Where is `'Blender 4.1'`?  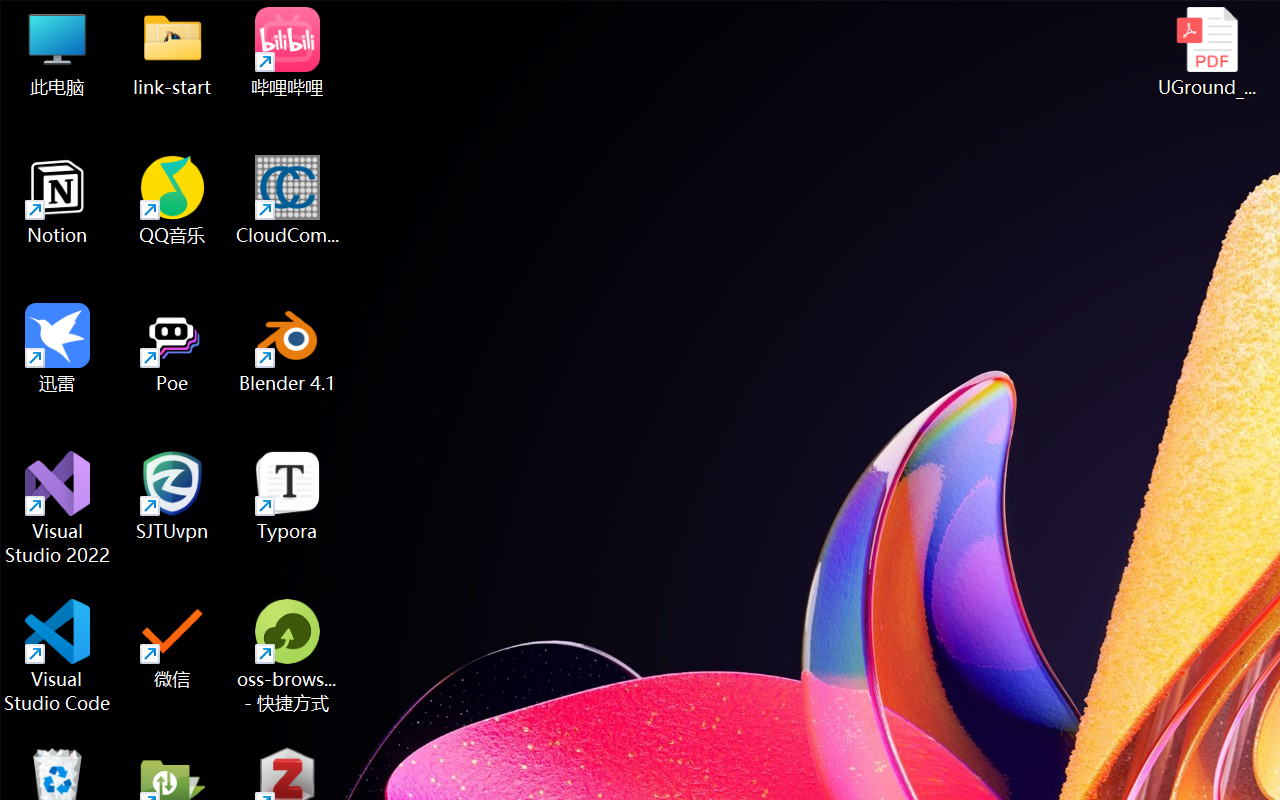 'Blender 4.1' is located at coordinates (287, 348).